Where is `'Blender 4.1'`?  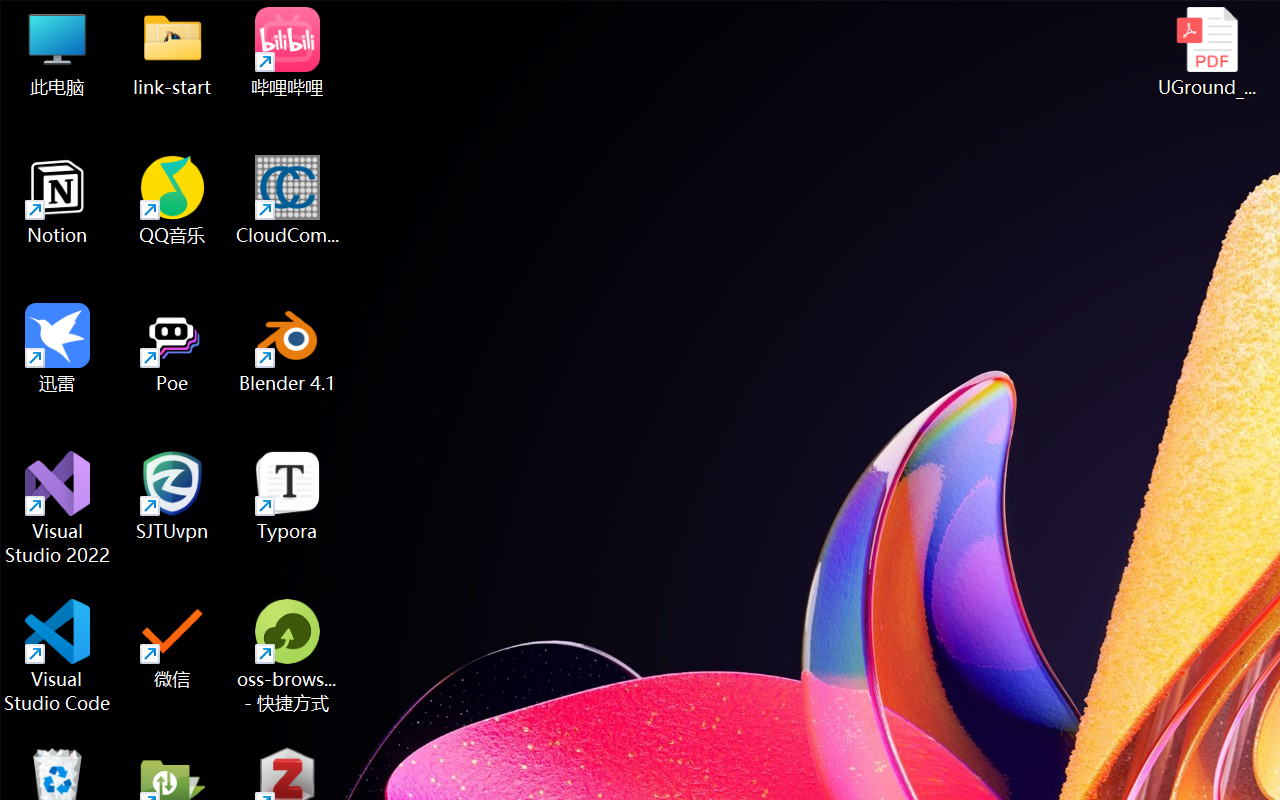 'Blender 4.1' is located at coordinates (287, 348).